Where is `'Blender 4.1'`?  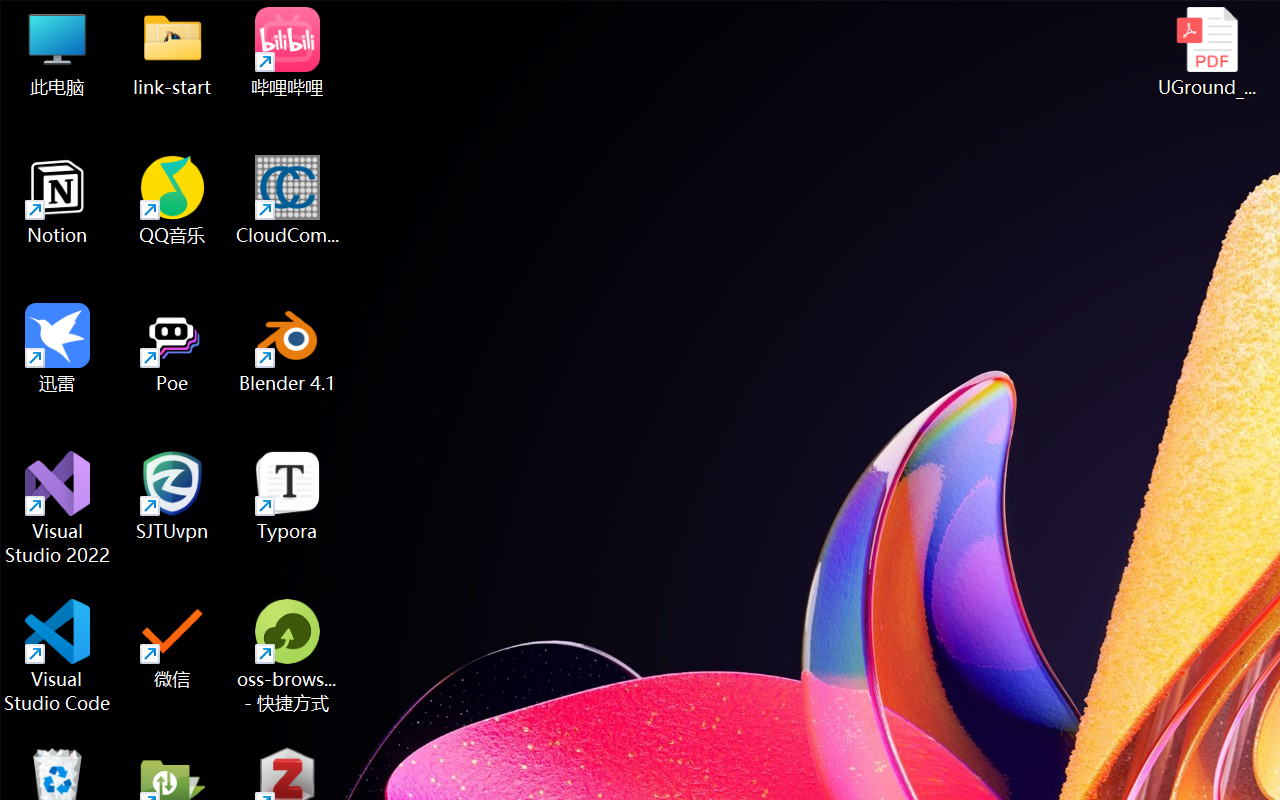 'Blender 4.1' is located at coordinates (287, 348).